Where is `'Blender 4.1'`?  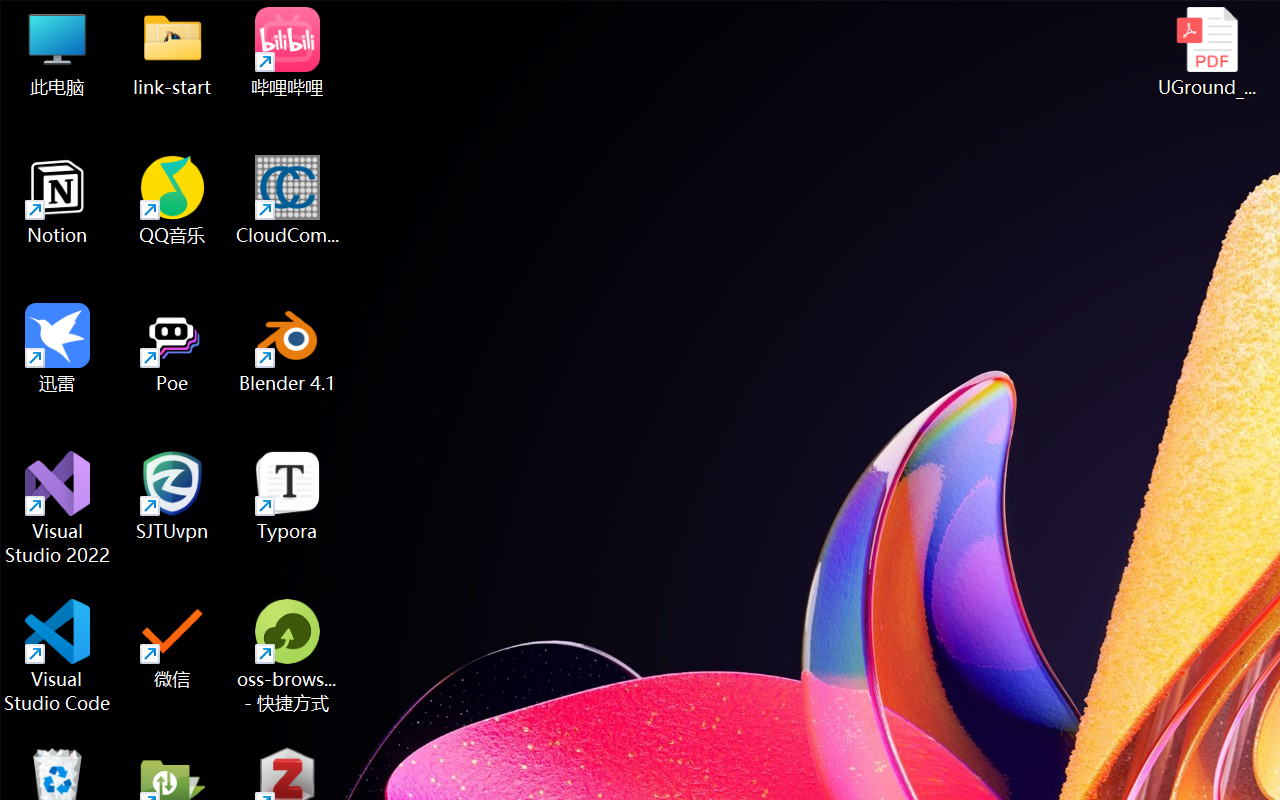 'Blender 4.1' is located at coordinates (287, 348).